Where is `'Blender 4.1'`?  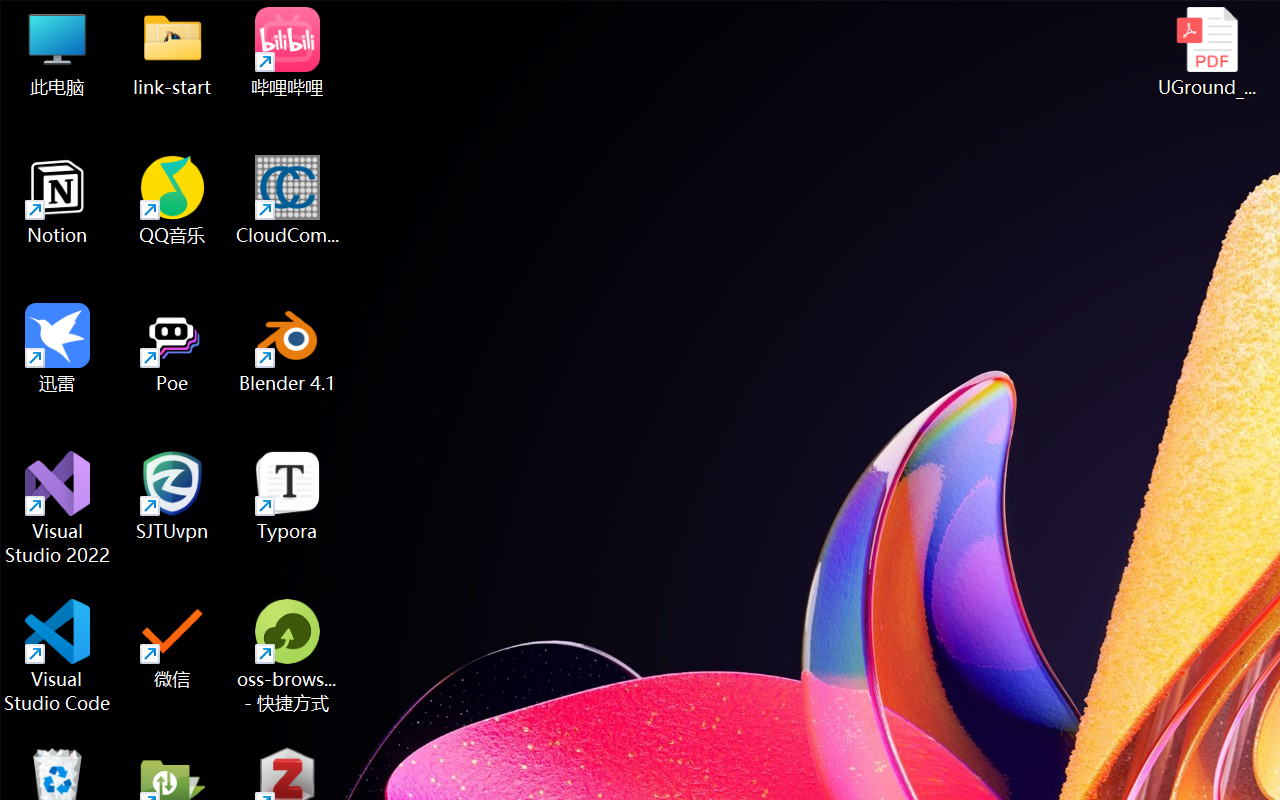 'Blender 4.1' is located at coordinates (287, 348).